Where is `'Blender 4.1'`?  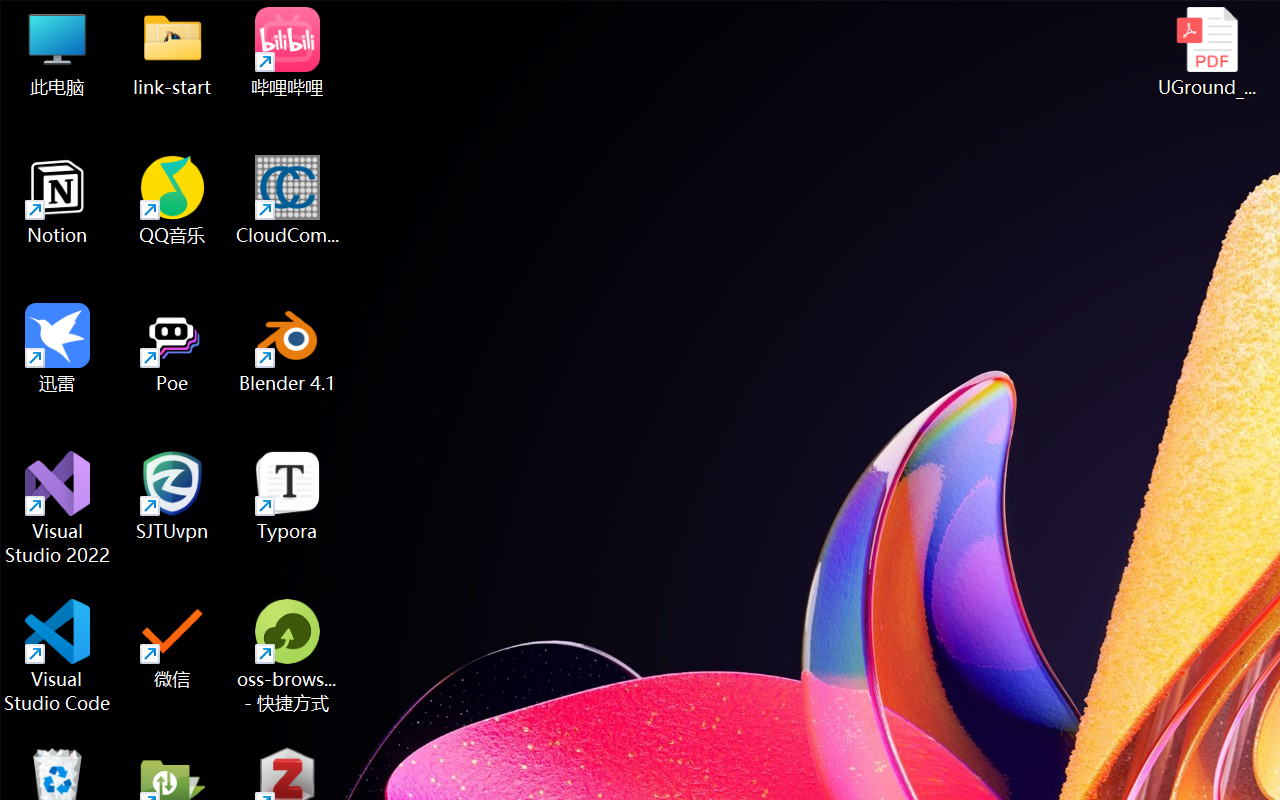 'Blender 4.1' is located at coordinates (287, 348).